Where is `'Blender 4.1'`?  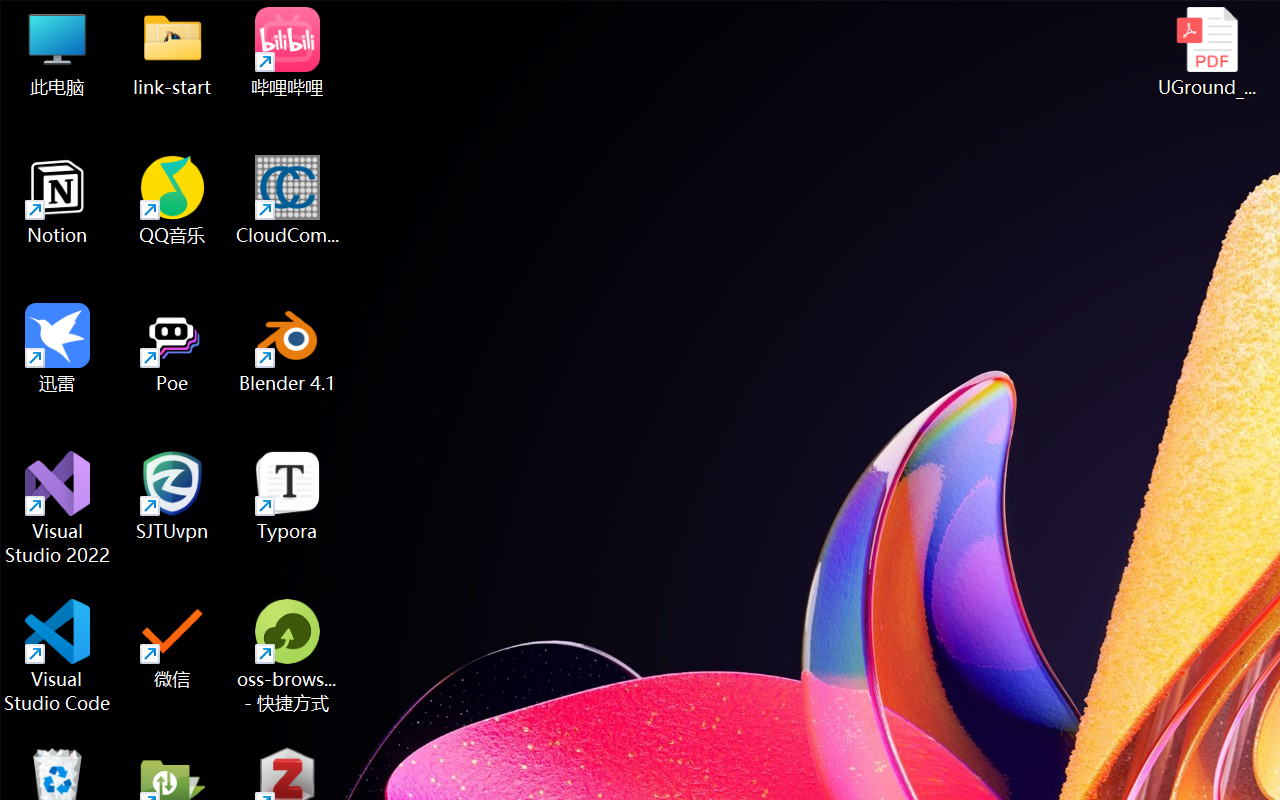 'Blender 4.1' is located at coordinates (287, 348).